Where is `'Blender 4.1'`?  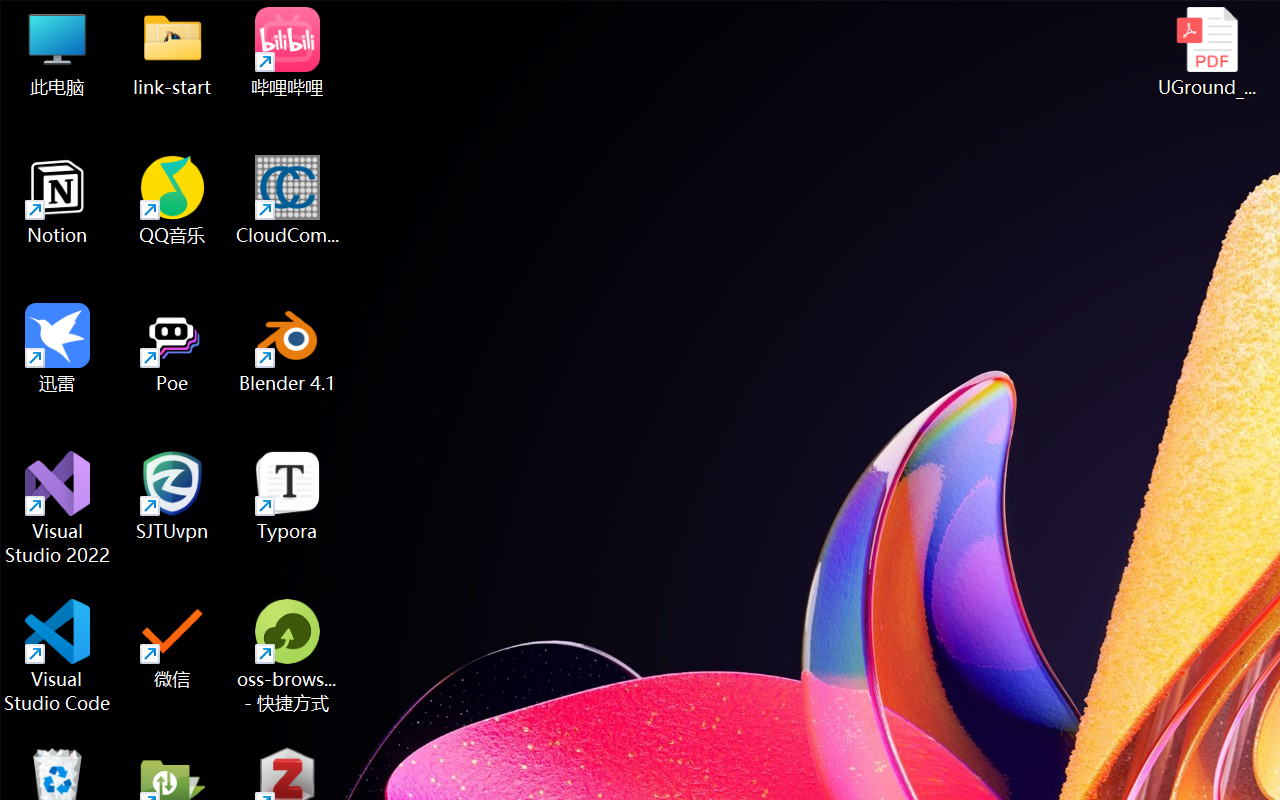 'Blender 4.1' is located at coordinates (287, 348).